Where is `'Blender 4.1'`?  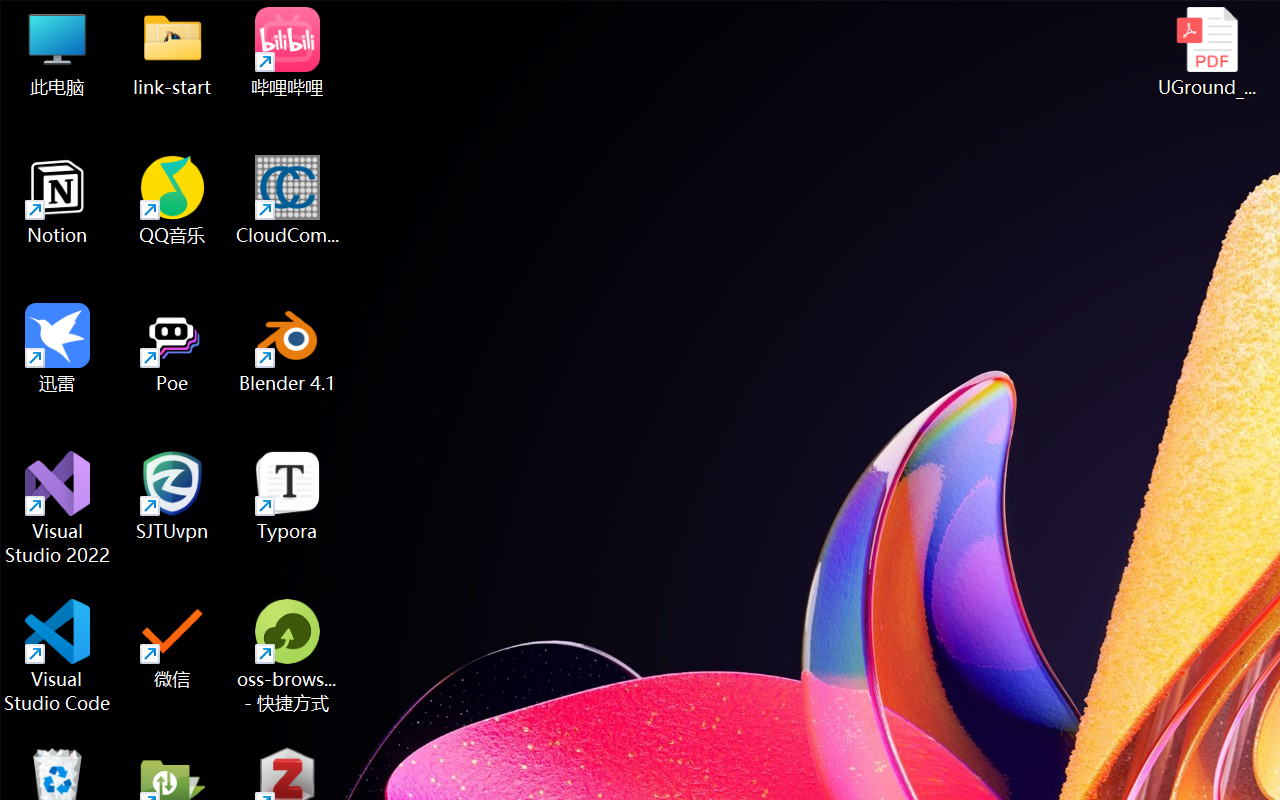 'Blender 4.1' is located at coordinates (287, 348).